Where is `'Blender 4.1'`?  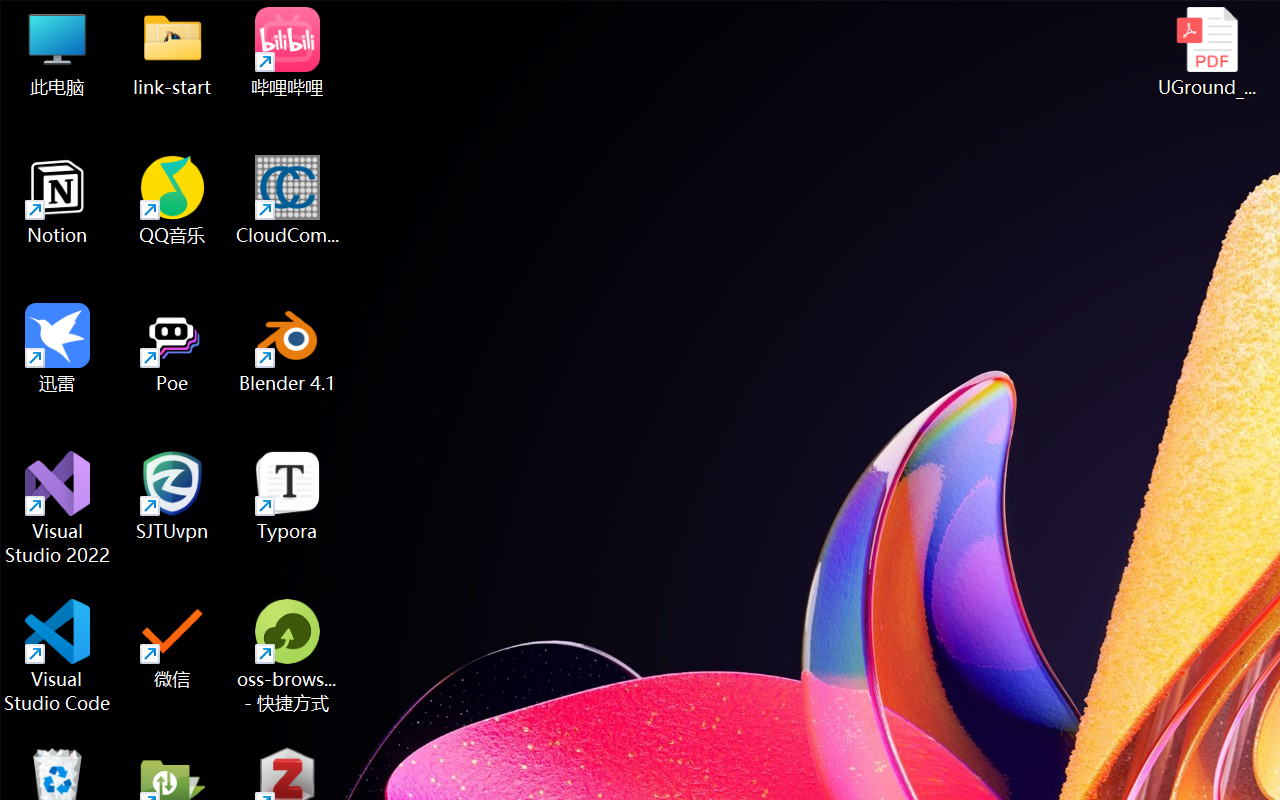 'Blender 4.1' is located at coordinates (287, 348).